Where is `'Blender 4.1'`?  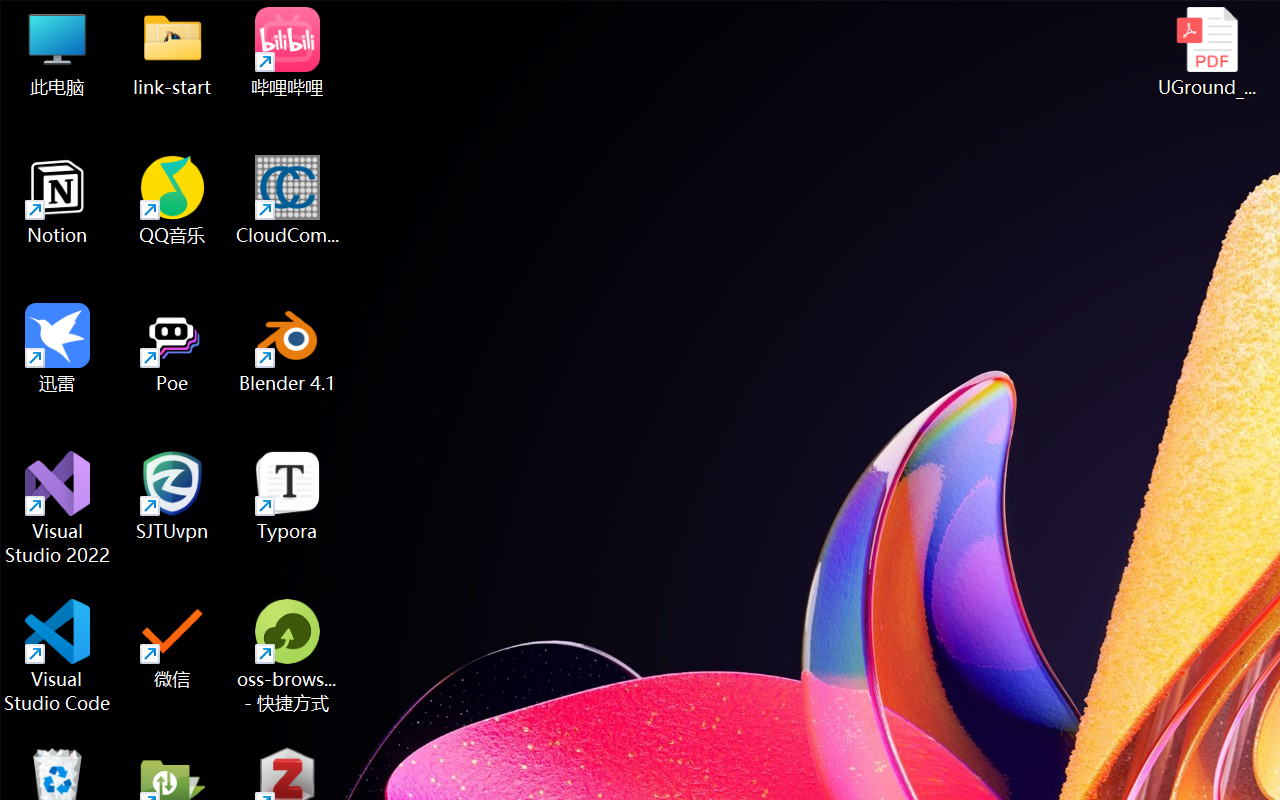 'Blender 4.1' is located at coordinates (287, 348).